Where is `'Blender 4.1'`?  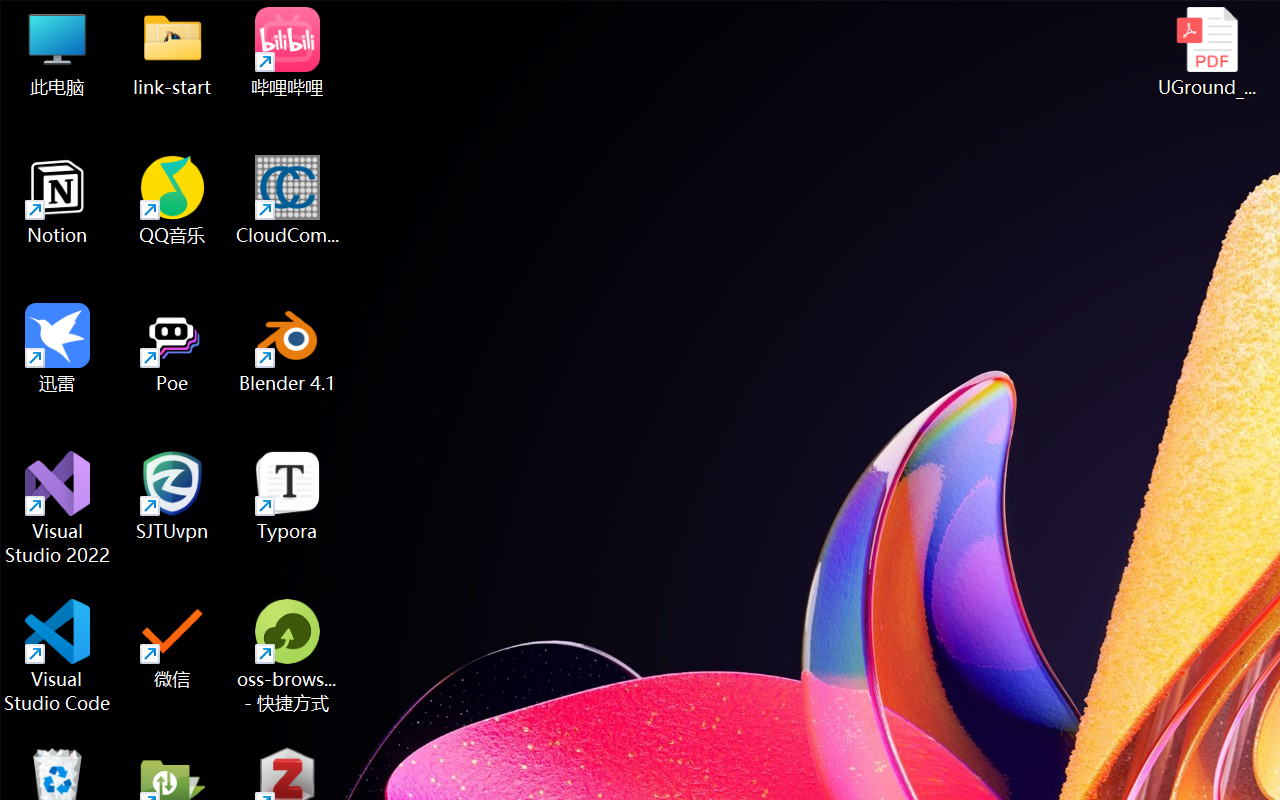 'Blender 4.1' is located at coordinates (287, 348).